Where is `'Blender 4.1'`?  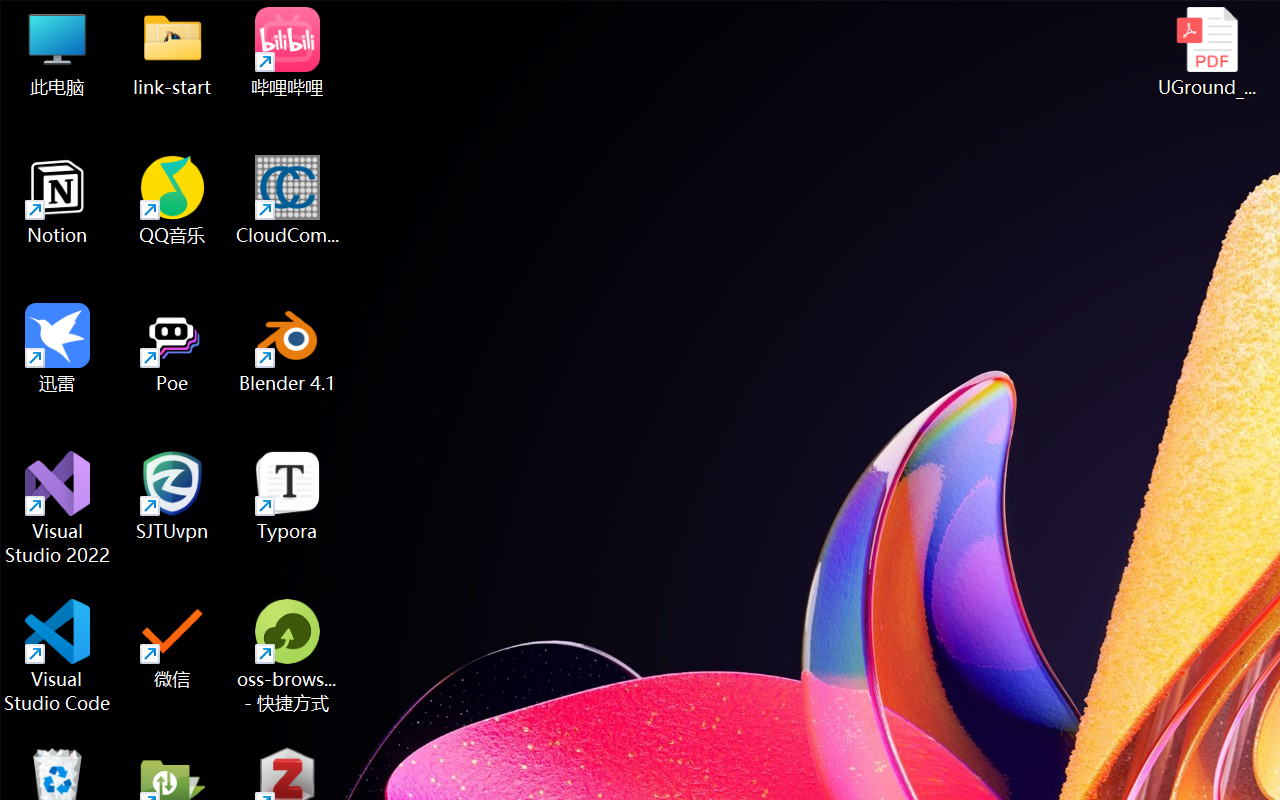 'Blender 4.1' is located at coordinates (287, 348).